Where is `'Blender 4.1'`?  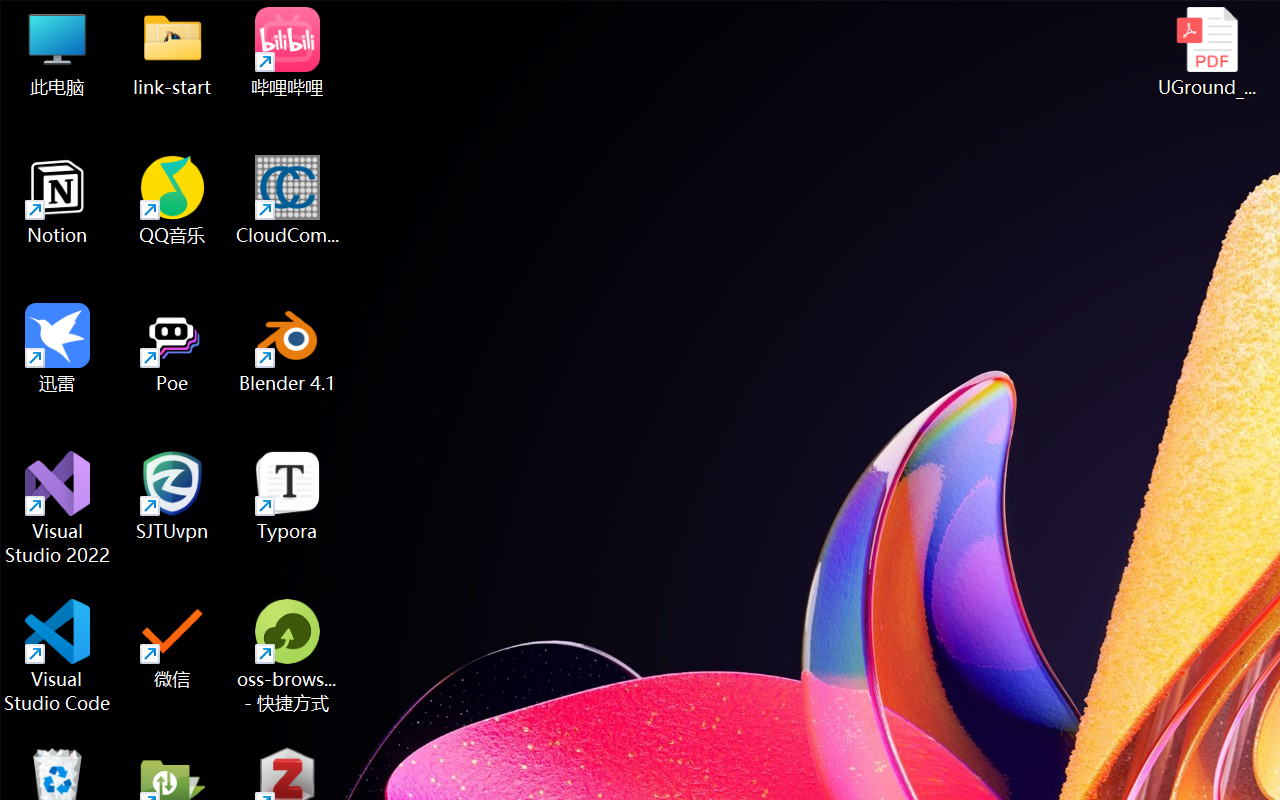 'Blender 4.1' is located at coordinates (287, 348).